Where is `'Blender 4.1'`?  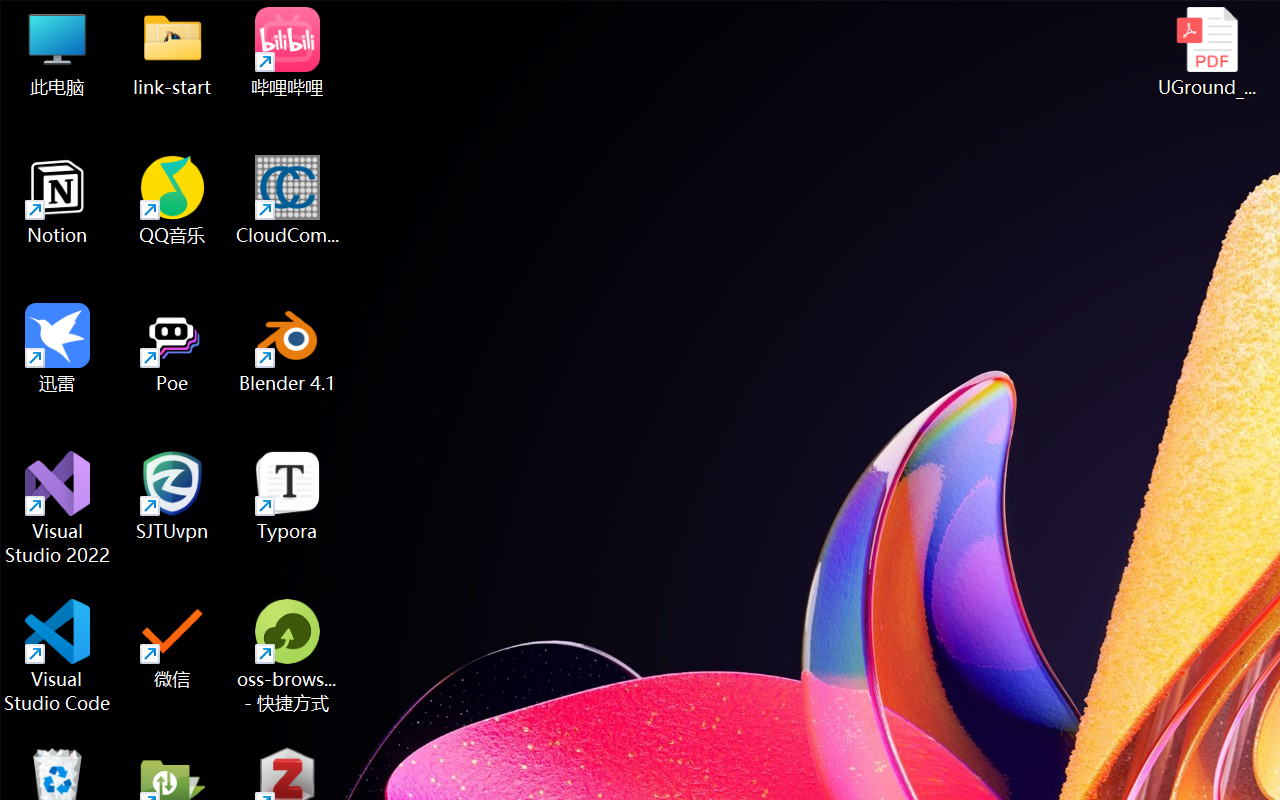 'Blender 4.1' is located at coordinates (287, 348).